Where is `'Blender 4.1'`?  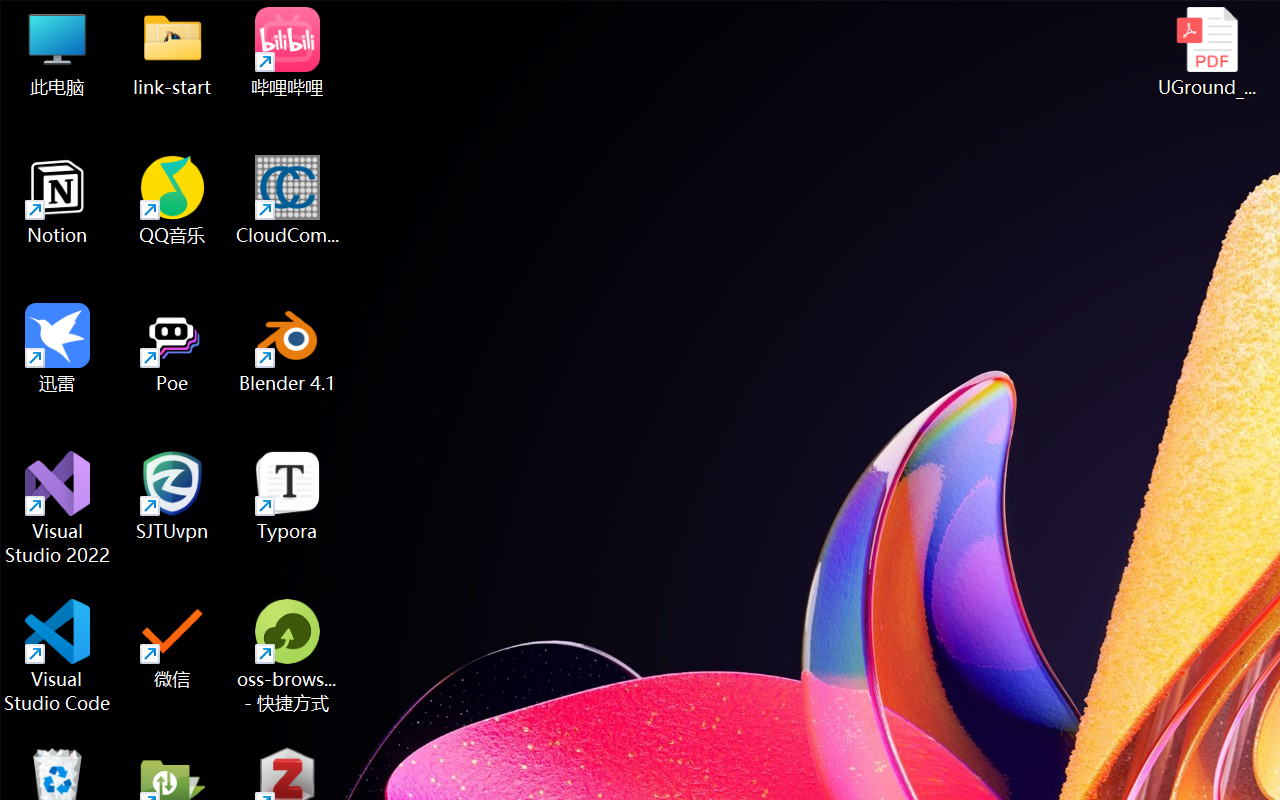 'Blender 4.1' is located at coordinates (287, 348).